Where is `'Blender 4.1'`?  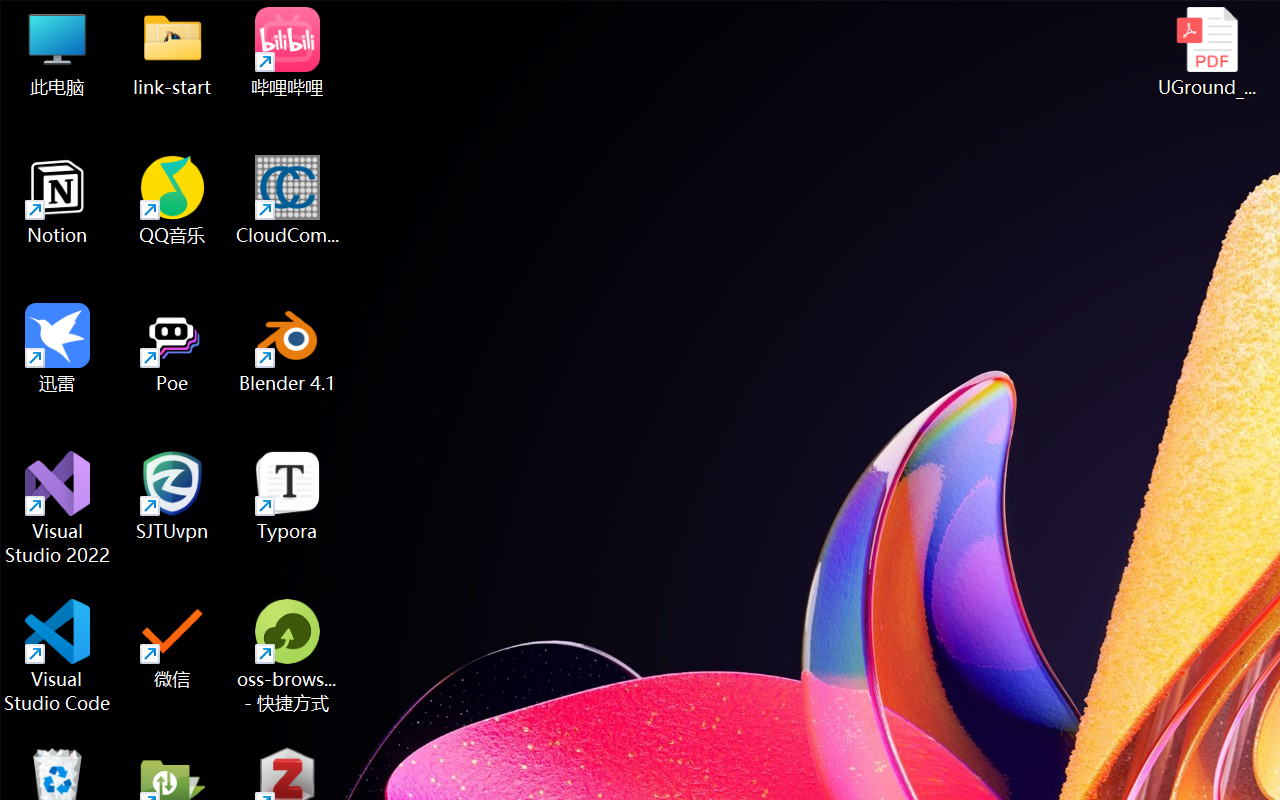 'Blender 4.1' is located at coordinates (287, 348).